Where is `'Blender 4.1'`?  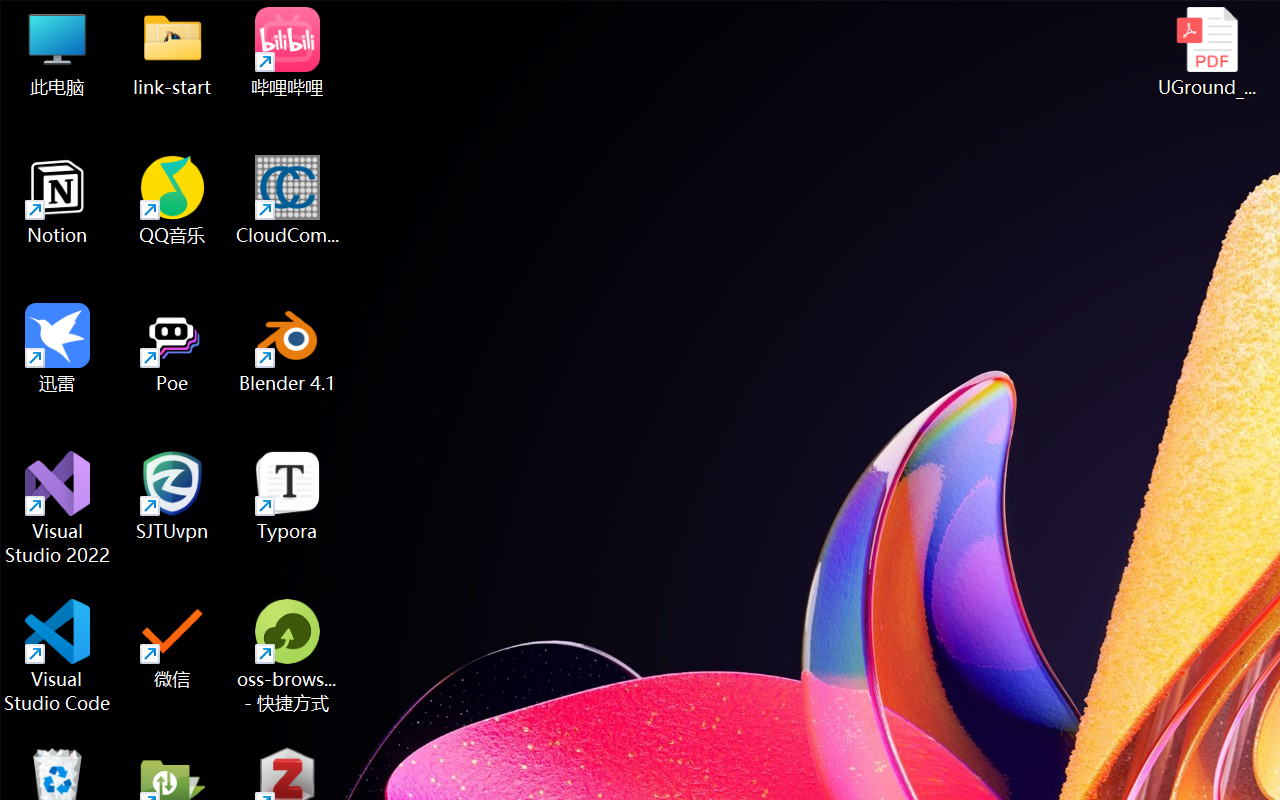 'Blender 4.1' is located at coordinates (287, 348).